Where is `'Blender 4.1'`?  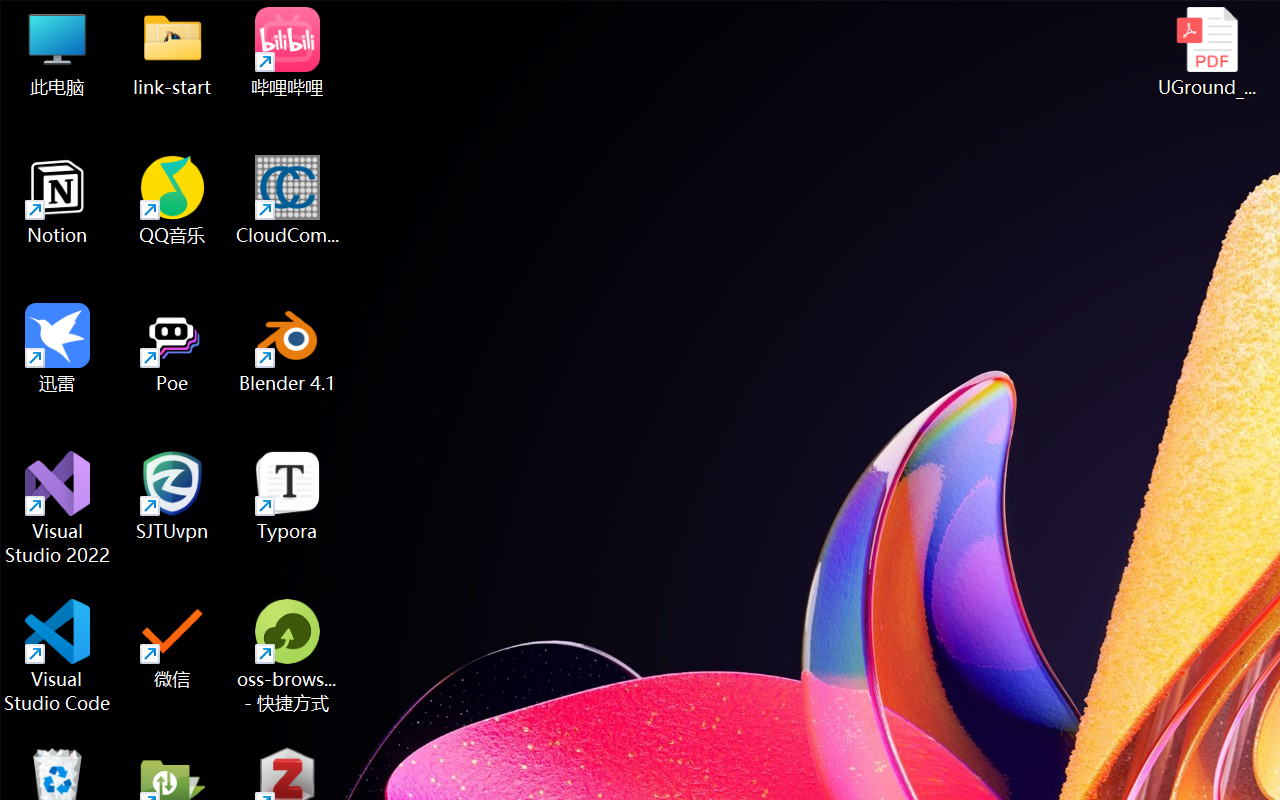 'Blender 4.1' is located at coordinates (287, 348).